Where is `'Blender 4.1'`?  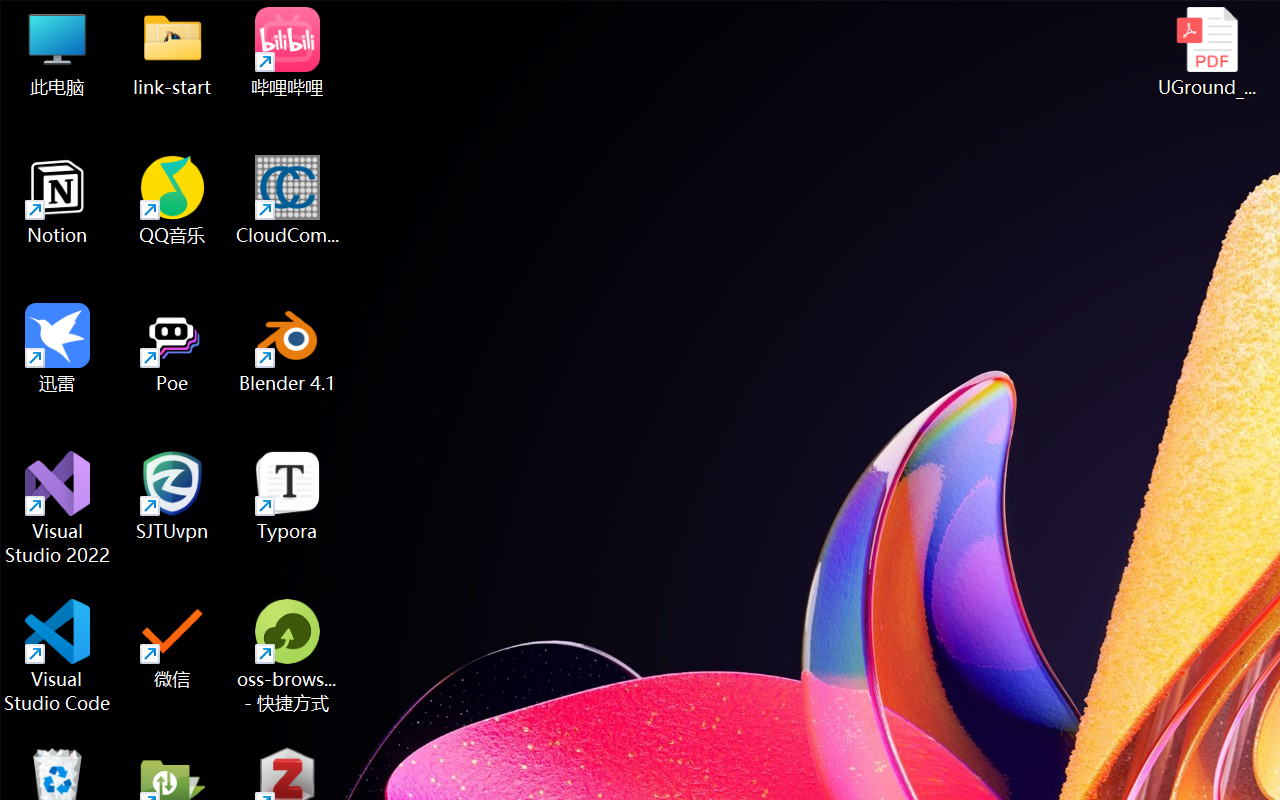 'Blender 4.1' is located at coordinates (287, 348).